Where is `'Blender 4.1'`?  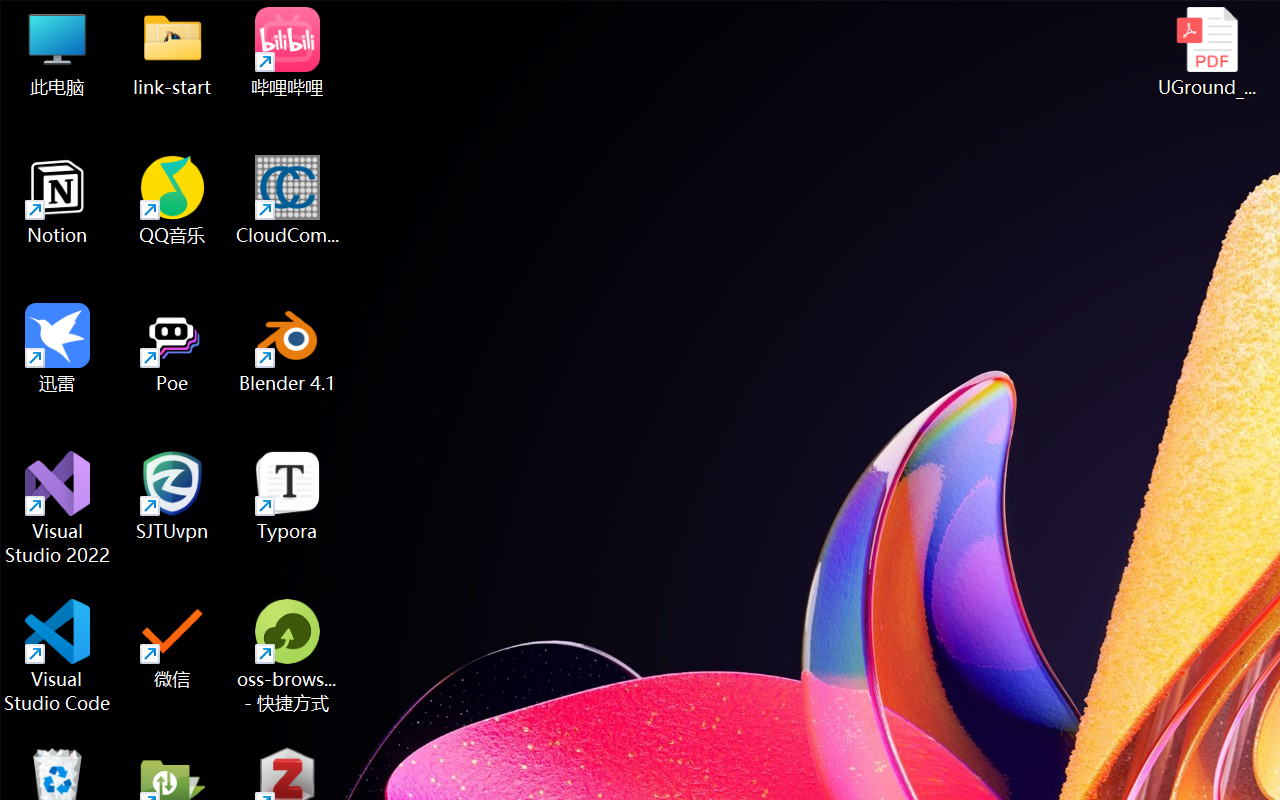 'Blender 4.1' is located at coordinates (287, 348).